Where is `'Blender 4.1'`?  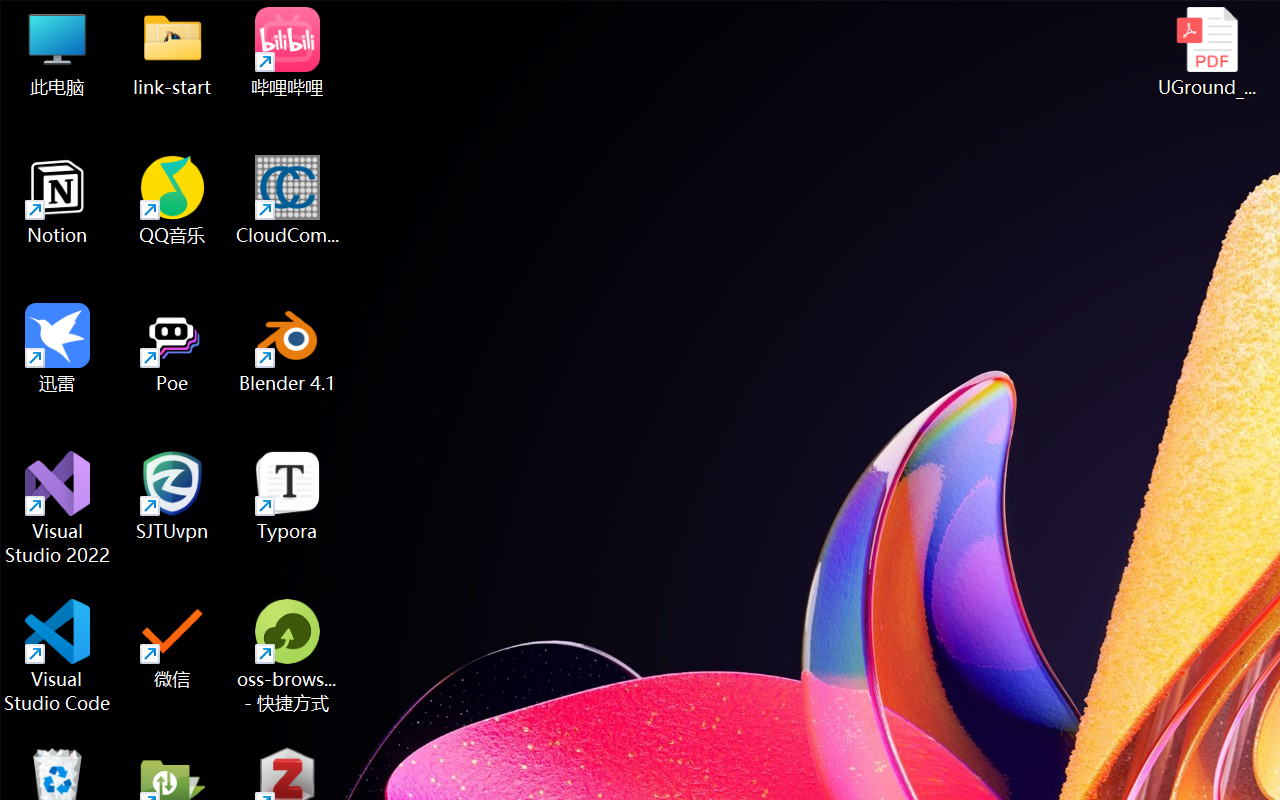 'Blender 4.1' is located at coordinates (287, 348).